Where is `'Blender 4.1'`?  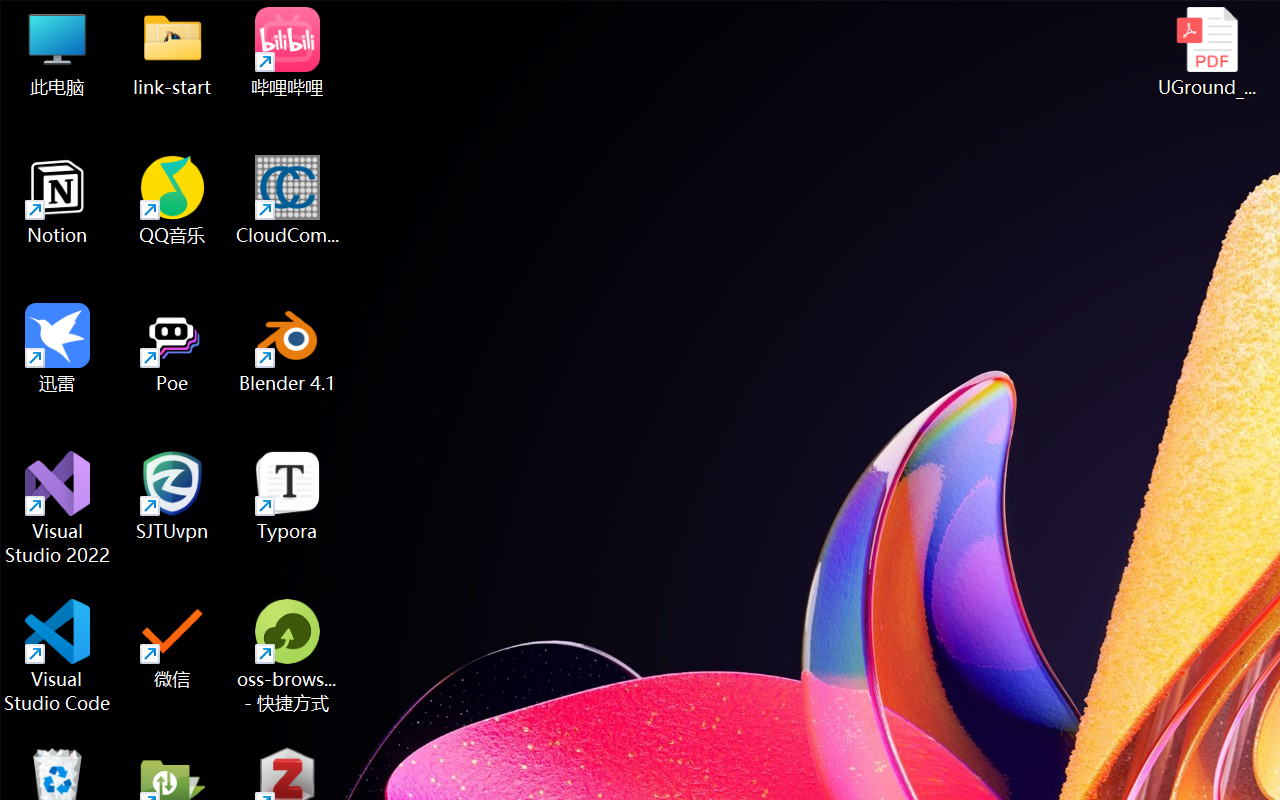 'Blender 4.1' is located at coordinates (287, 348).